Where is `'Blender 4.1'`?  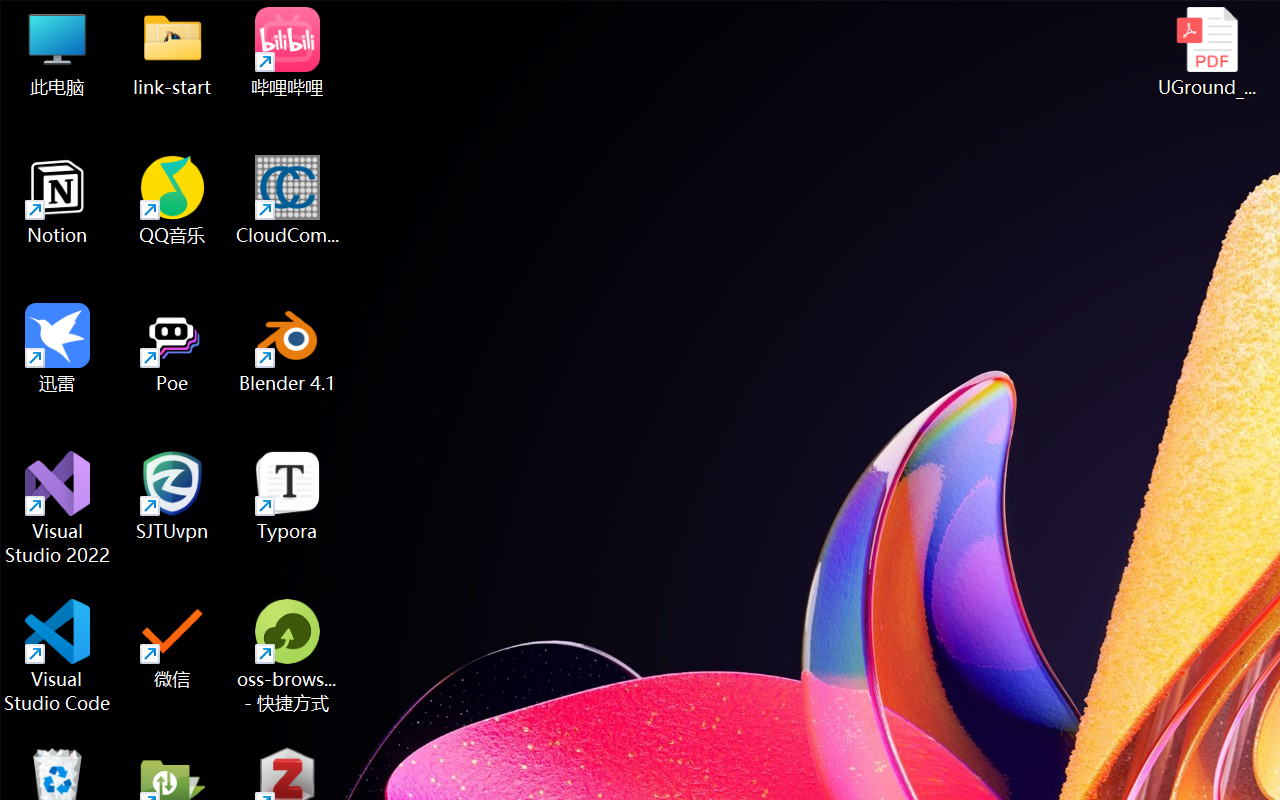 'Blender 4.1' is located at coordinates (287, 348).